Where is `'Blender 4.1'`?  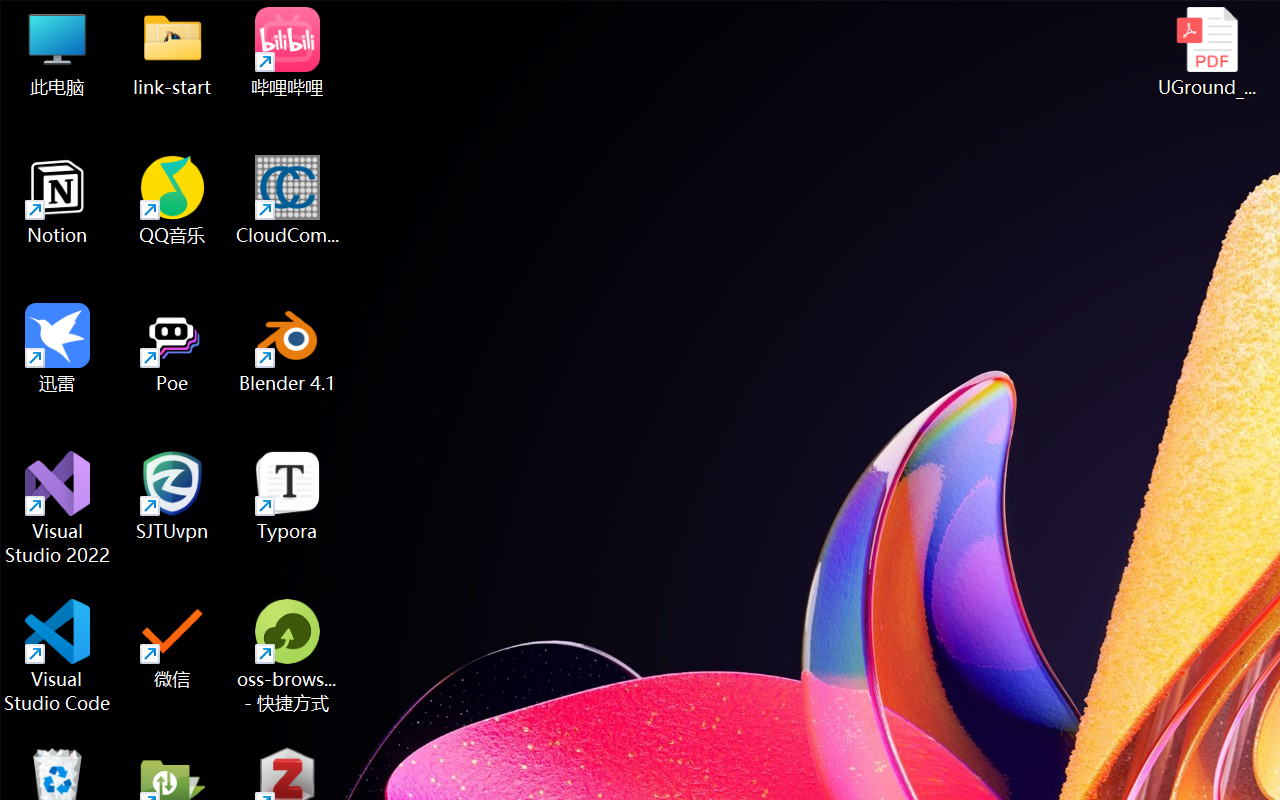 'Blender 4.1' is located at coordinates (287, 348).